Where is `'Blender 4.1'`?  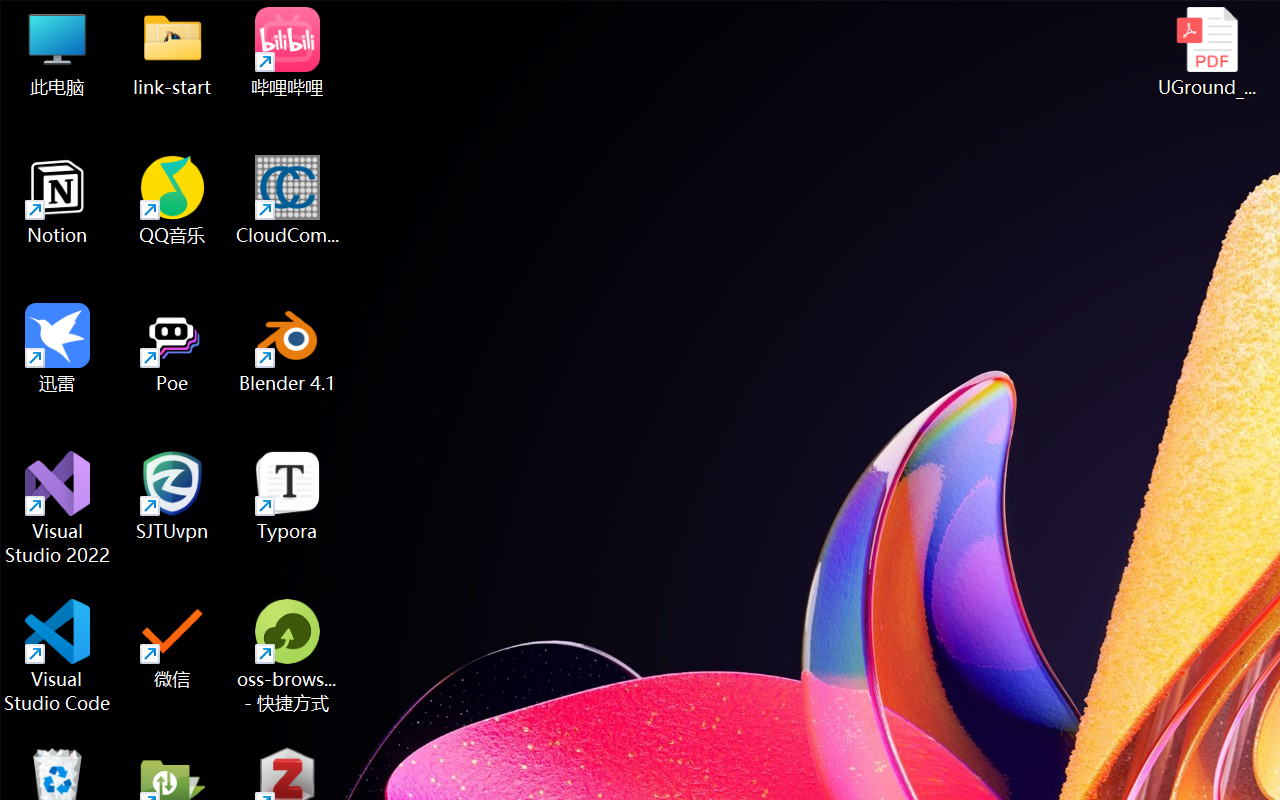 'Blender 4.1' is located at coordinates (287, 348).